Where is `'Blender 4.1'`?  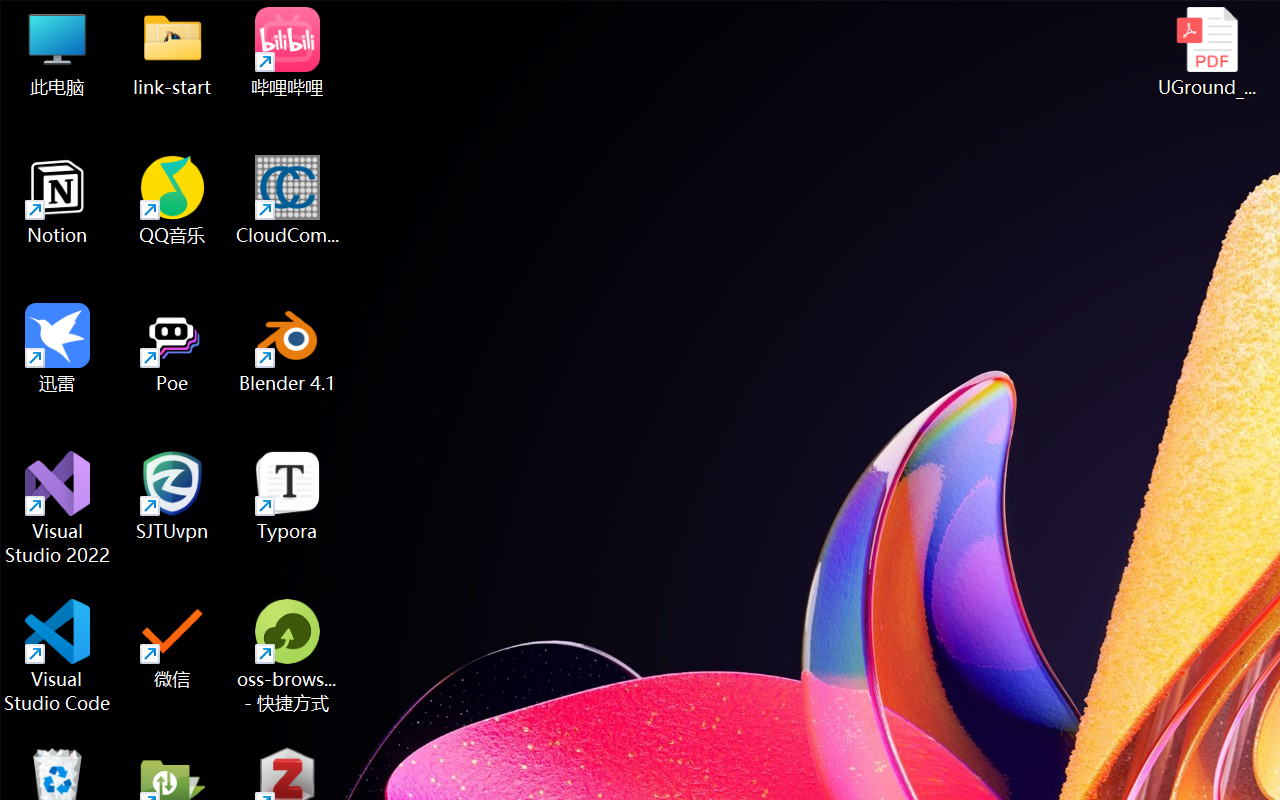 'Blender 4.1' is located at coordinates (287, 348).